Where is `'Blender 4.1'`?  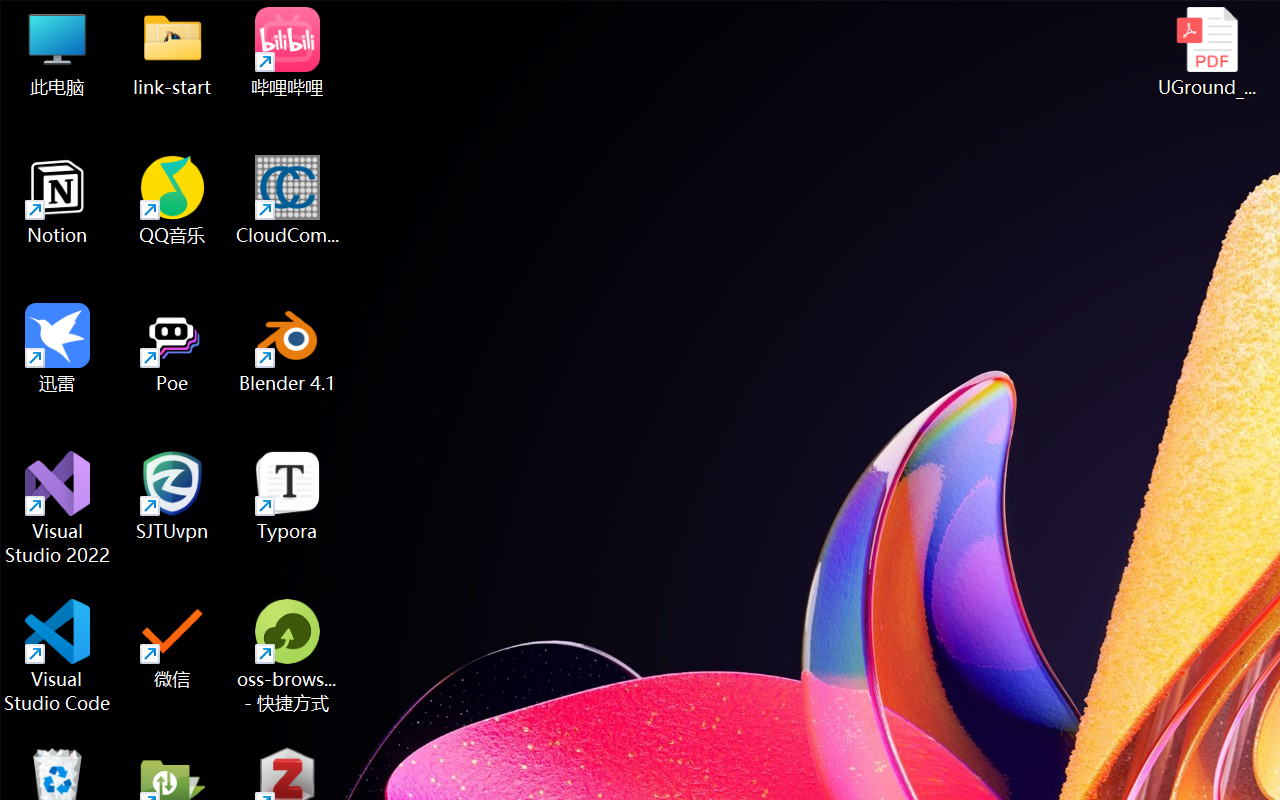 'Blender 4.1' is located at coordinates (287, 348).